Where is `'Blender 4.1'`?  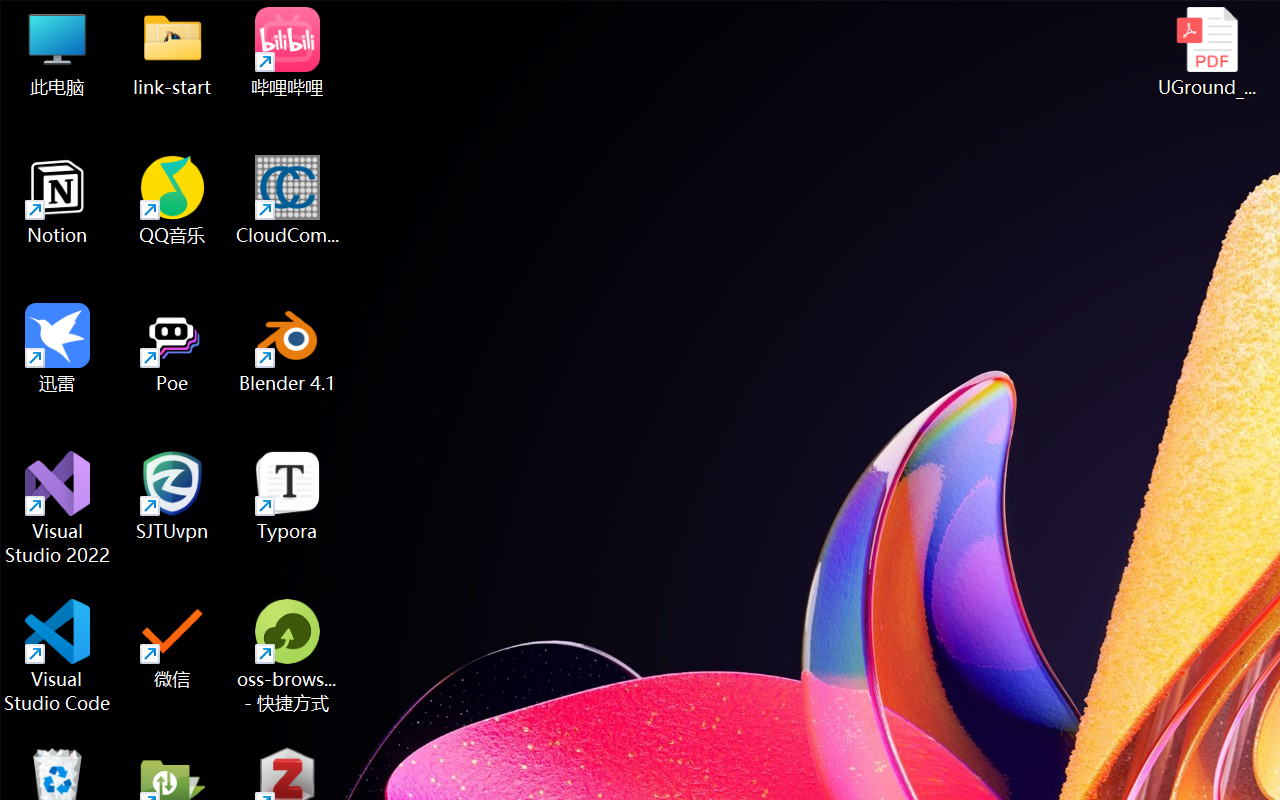 'Blender 4.1' is located at coordinates (287, 348).